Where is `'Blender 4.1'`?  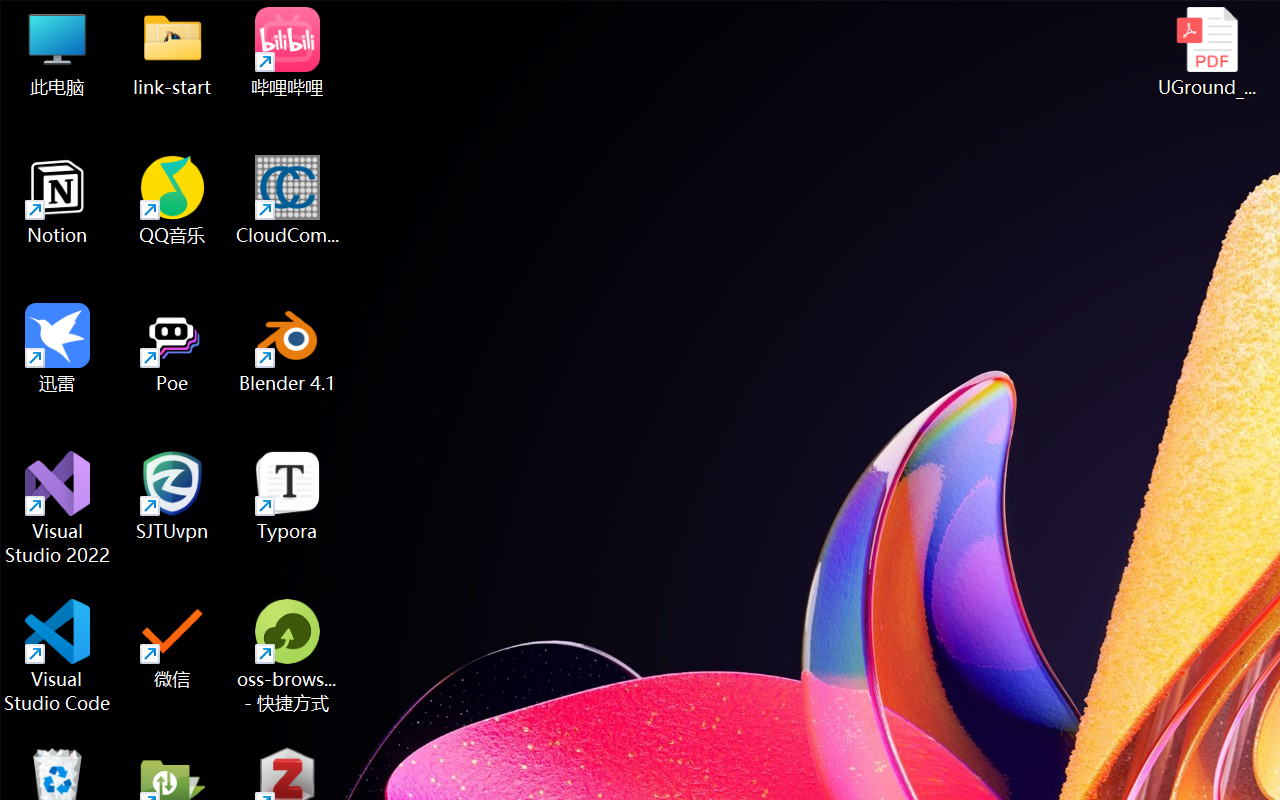 'Blender 4.1' is located at coordinates (287, 348).